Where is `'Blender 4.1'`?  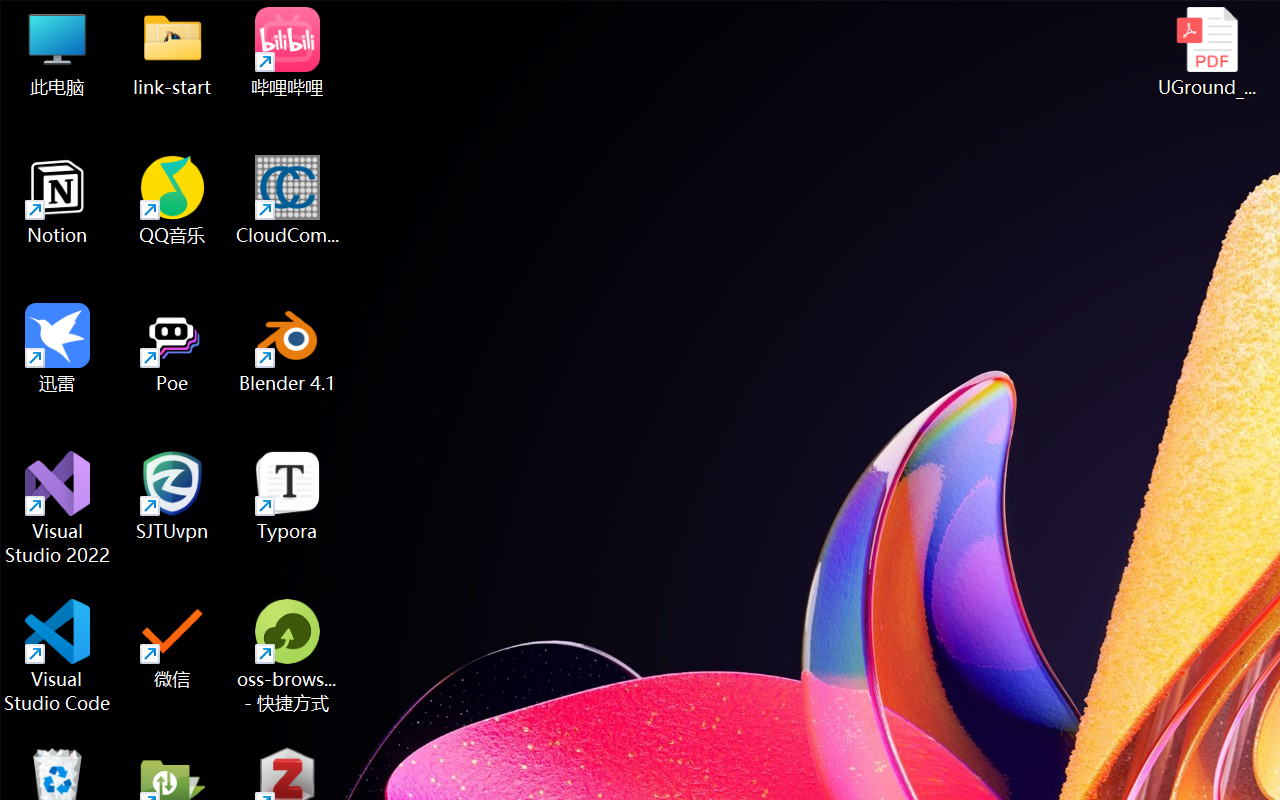 'Blender 4.1' is located at coordinates (287, 348).